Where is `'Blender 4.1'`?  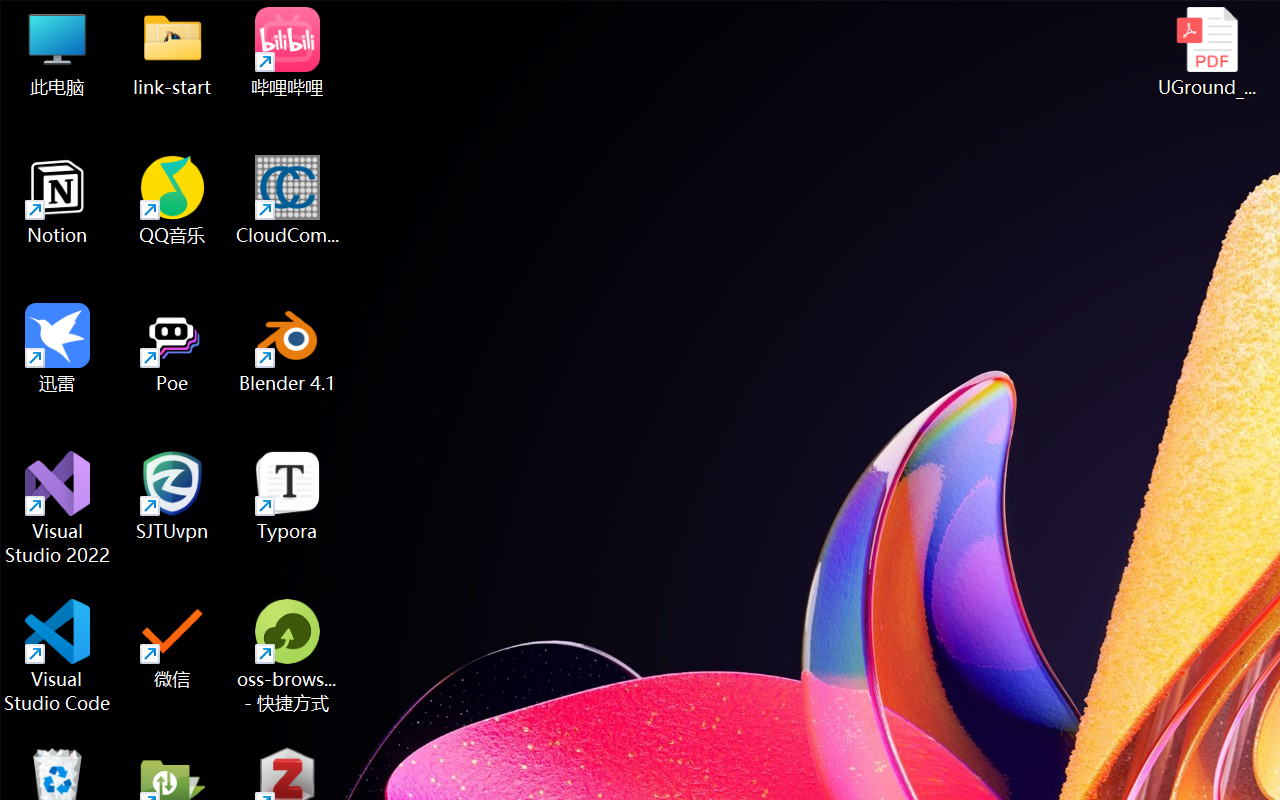 'Blender 4.1' is located at coordinates (287, 348).